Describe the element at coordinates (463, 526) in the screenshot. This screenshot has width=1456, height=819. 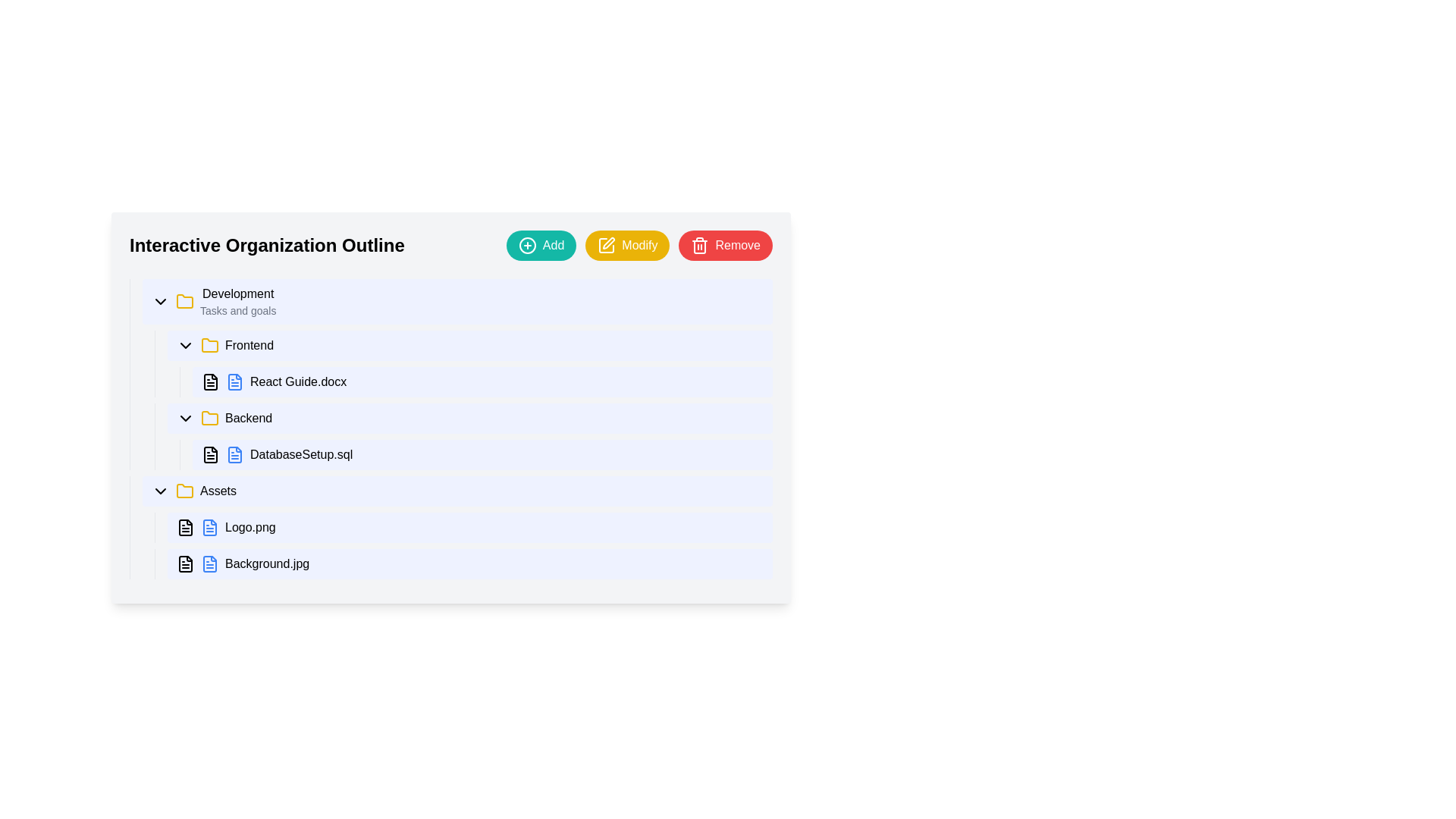
I see `the file list item named 'Logo.png'` at that location.